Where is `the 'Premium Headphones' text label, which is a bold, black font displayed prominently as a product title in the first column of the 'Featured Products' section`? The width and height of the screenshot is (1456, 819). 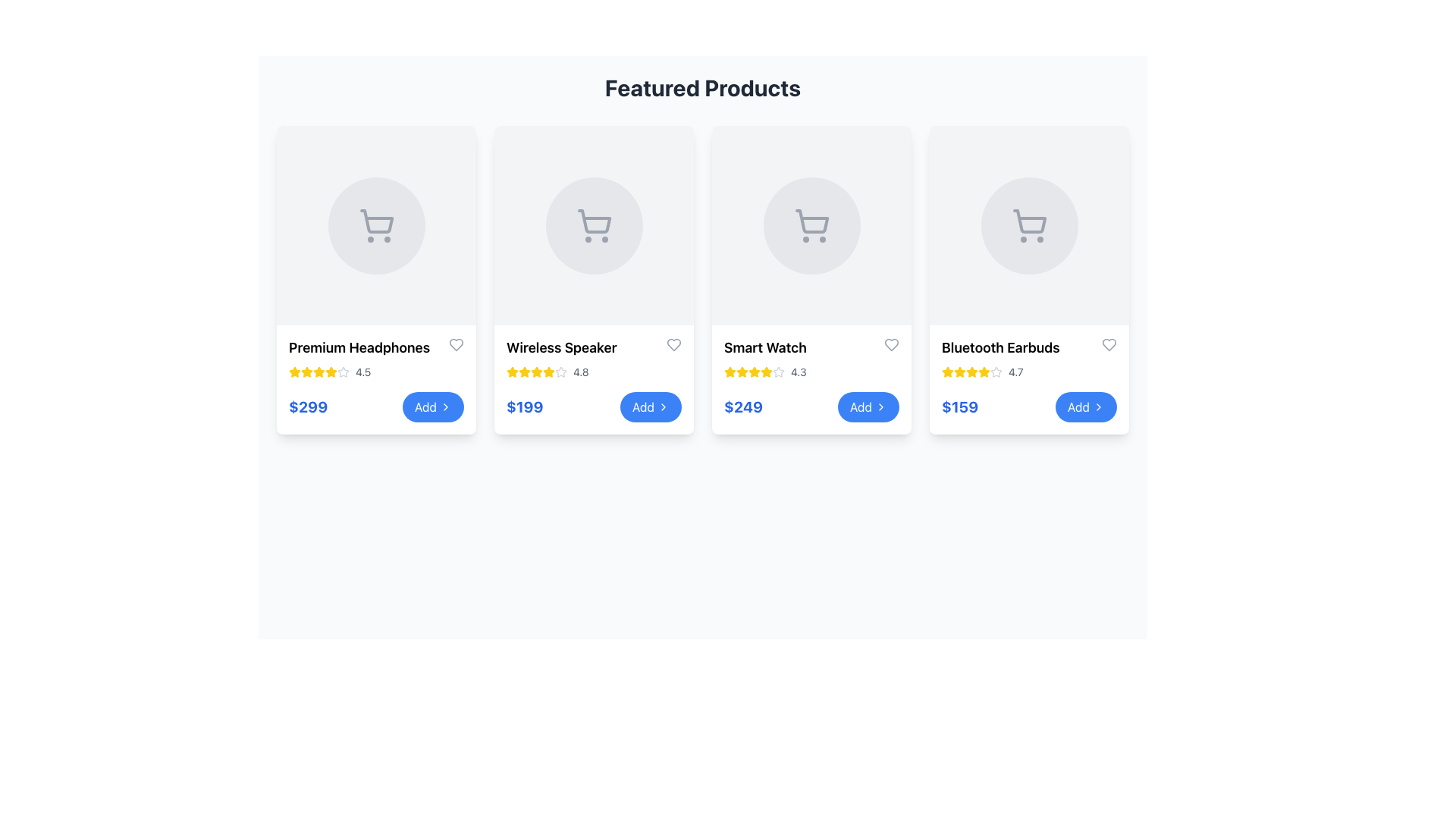 the 'Premium Headphones' text label, which is a bold, black font displayed prominently as a product title in the first column of the 'Featured Products' section is located at coordinates (359, 348).